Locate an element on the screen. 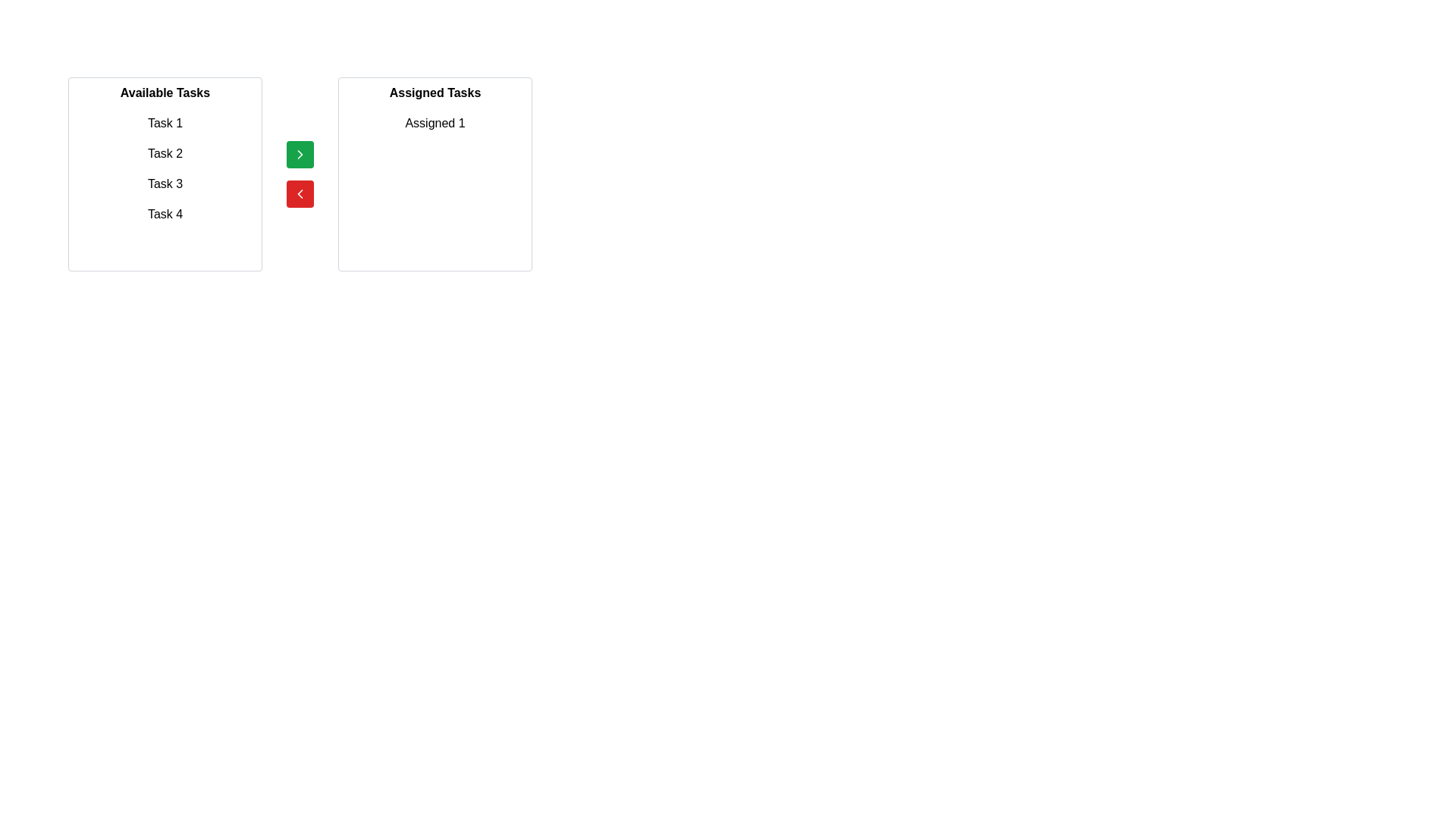 The width and height of the screenshot is (1456, 819). the red backward navigation button located between the 'Available Tasks' and 'Assigned Tasks' lists is located at coordinates (300, 193).